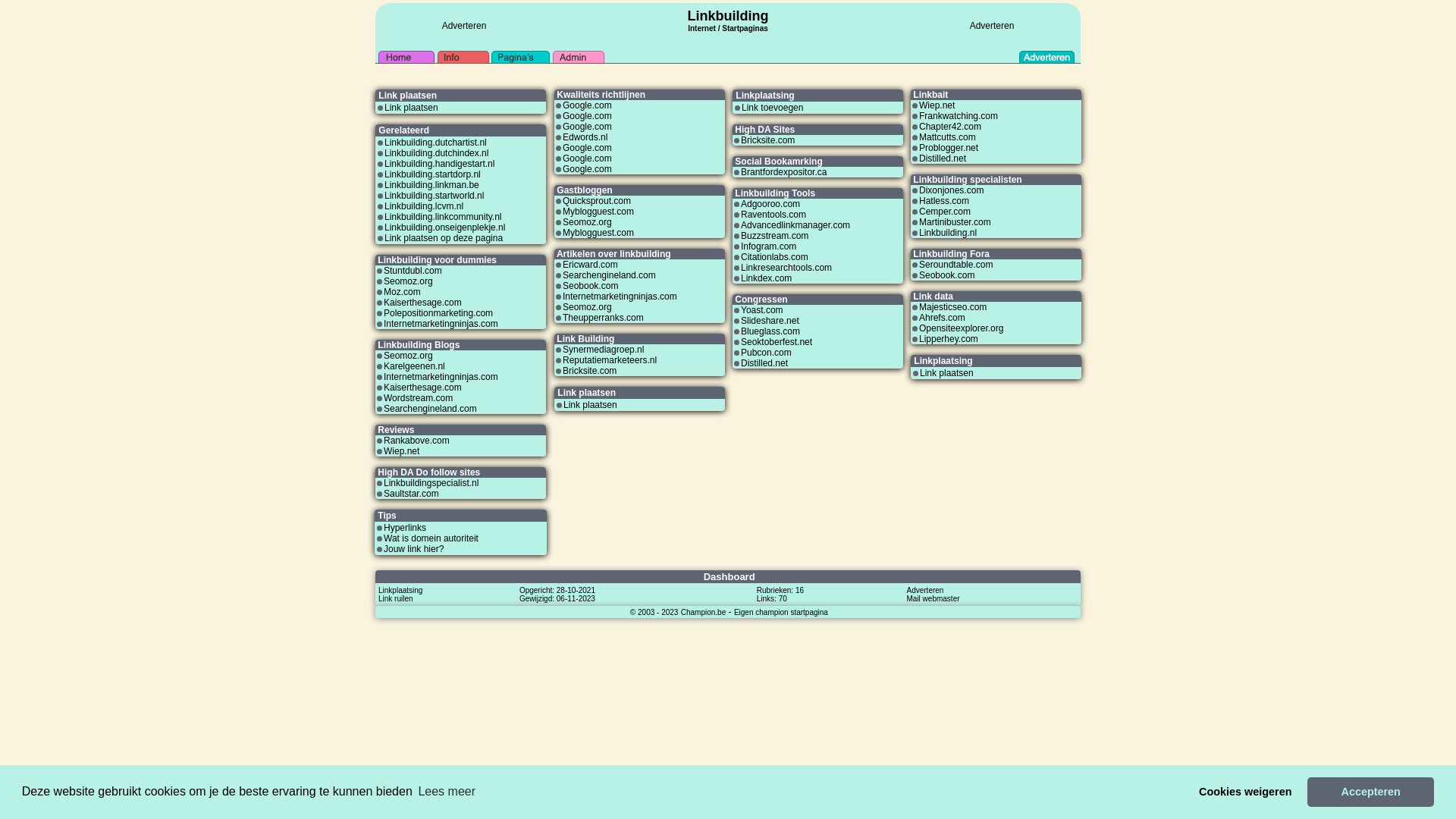  I want to click on 'Myblogguest.com', so click(597, 211).